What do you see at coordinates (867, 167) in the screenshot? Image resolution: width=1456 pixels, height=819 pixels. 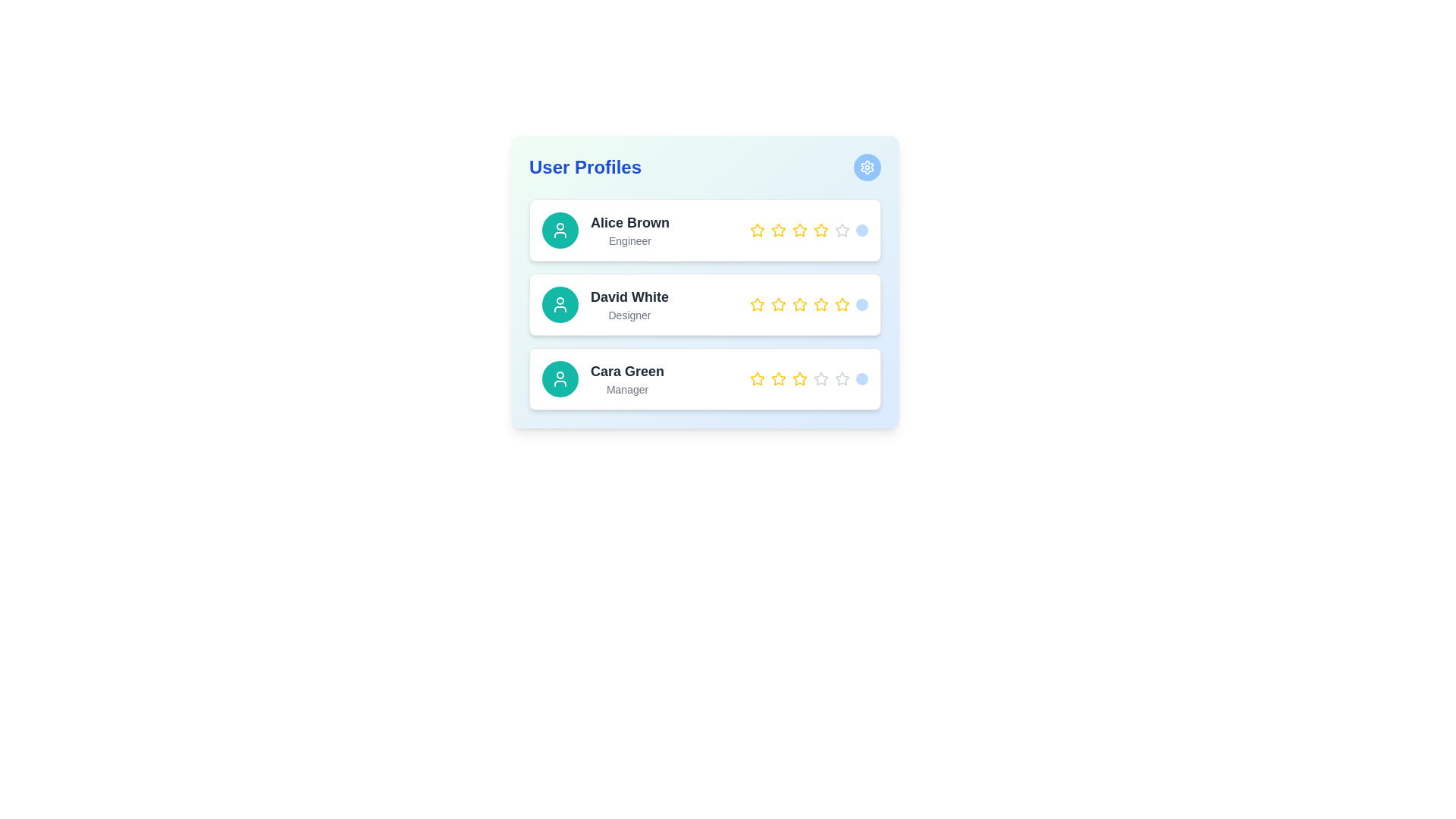 I see `the blue circular button icon located at the top-right corner of the 'User Profiles' card` at bounding box center [867, 167].